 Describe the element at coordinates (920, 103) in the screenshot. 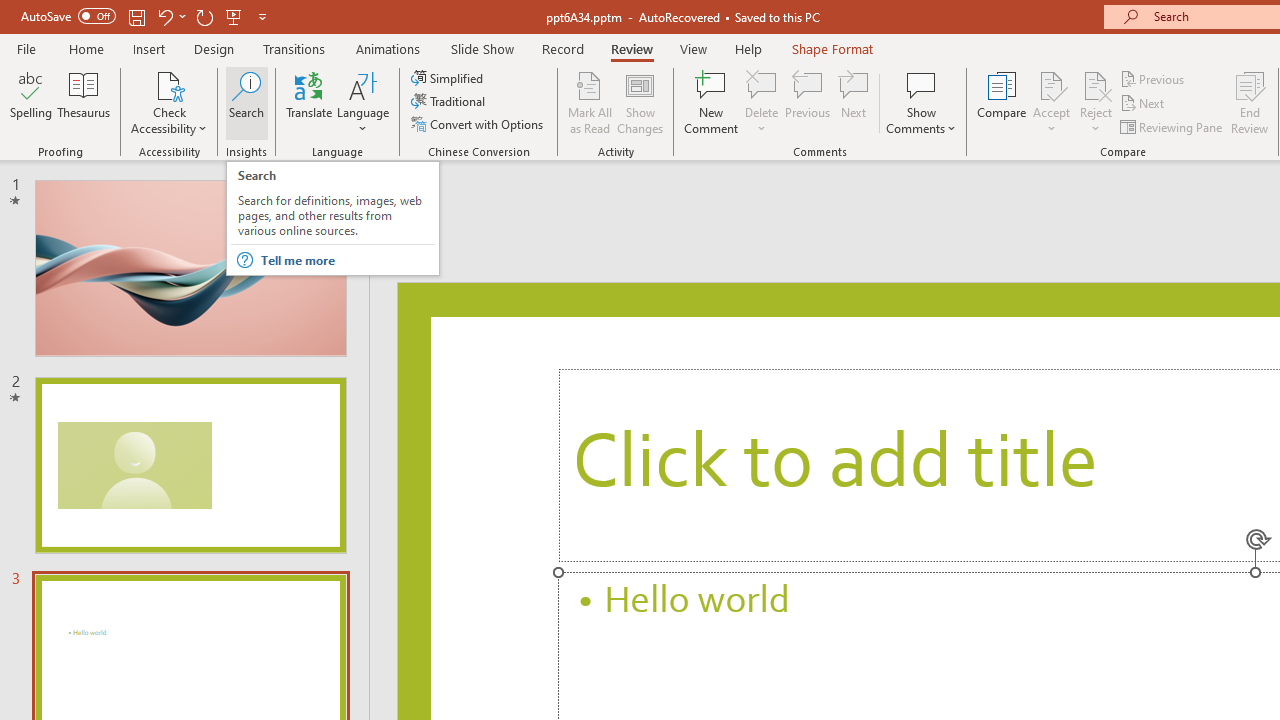

I see `'Show Comments'` at that location.